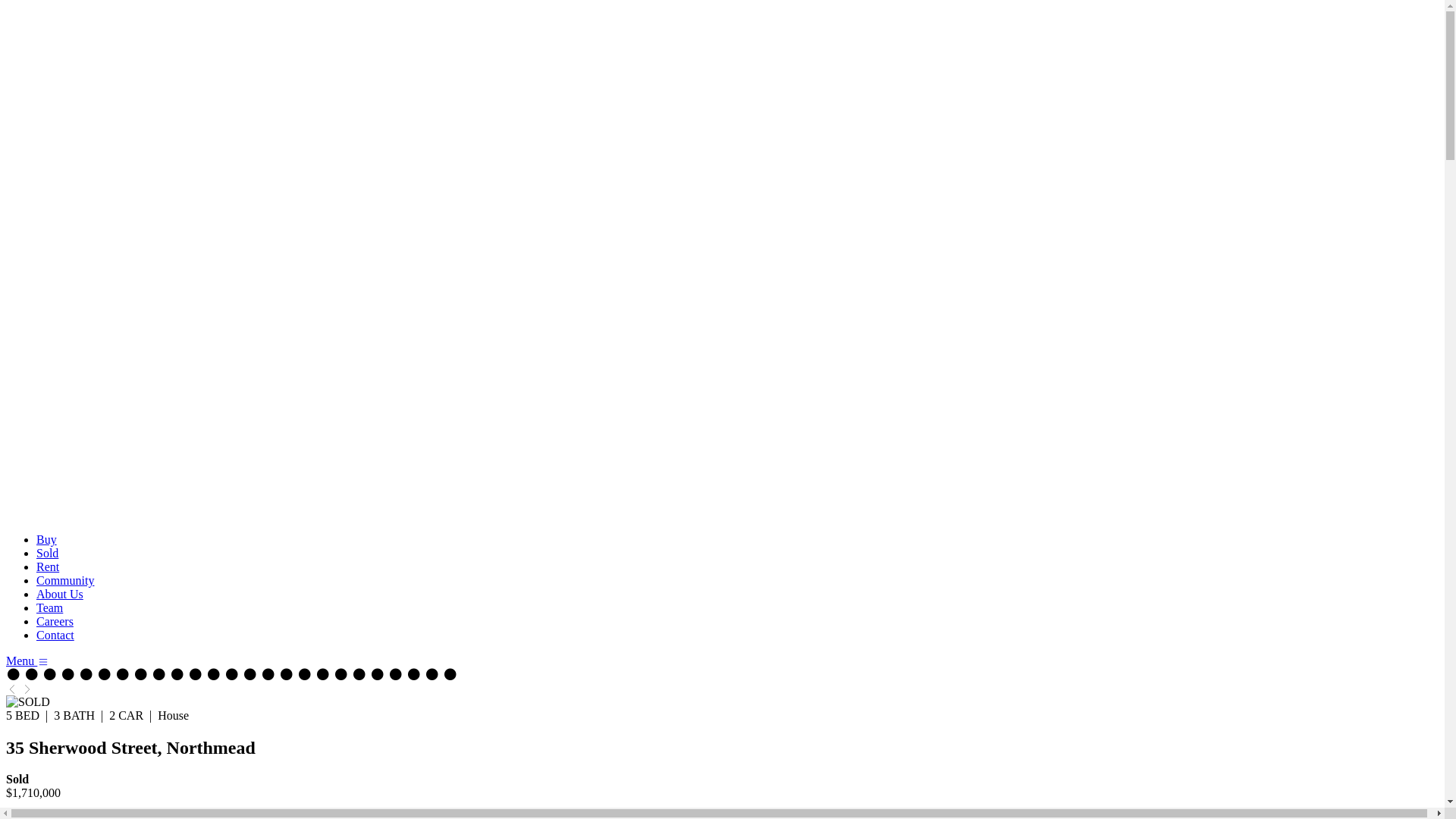 The image size is (1456, 819). I want to click on 'Sold', so click(47, 553).